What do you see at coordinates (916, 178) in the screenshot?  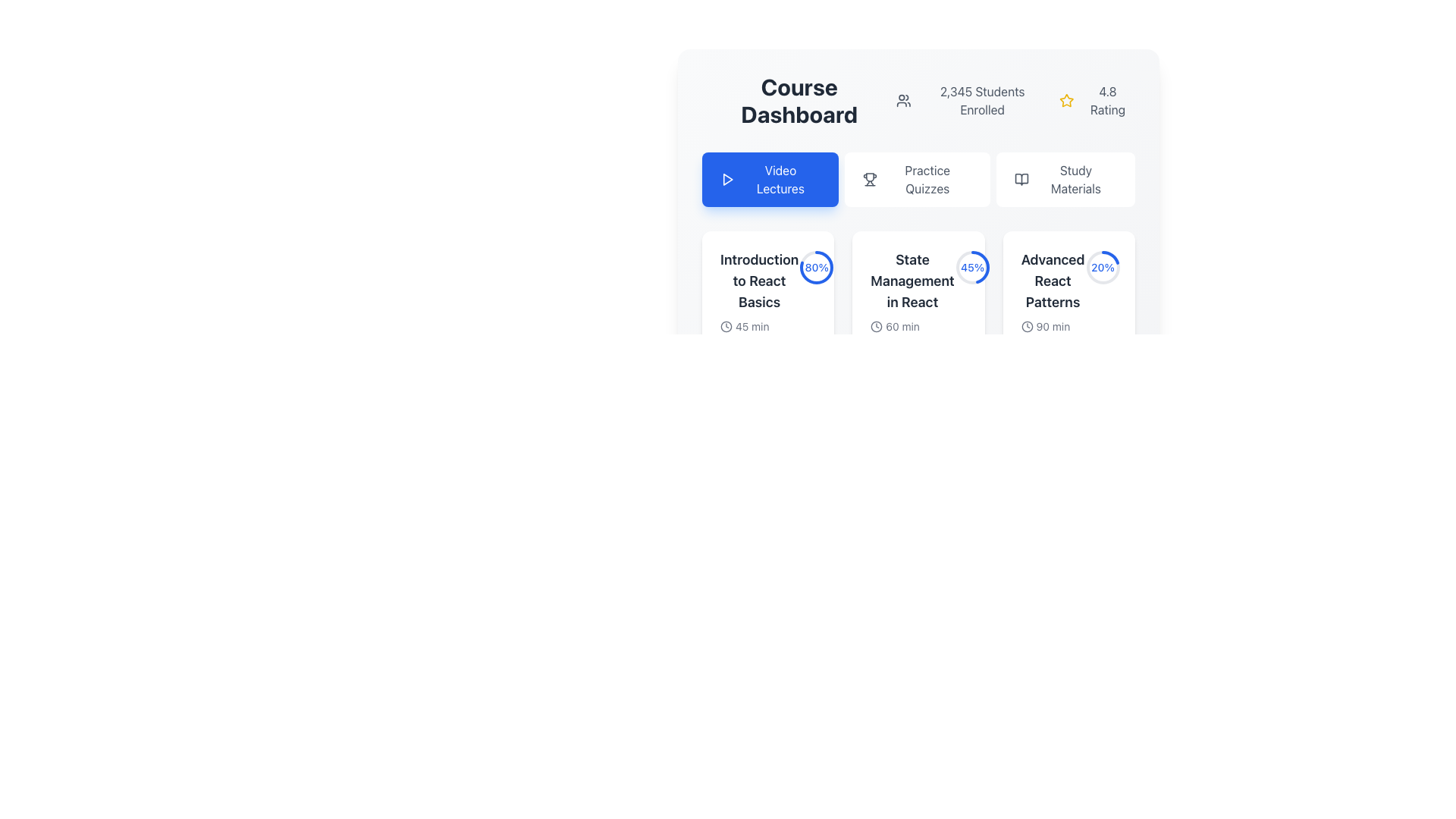 I see `the 'Practice Quizzes' button, which is a rectangular button with gray text and a light background, located centrally below the 'Course Dashboard' heading, between the 'Video Lectures' and 'Study Materials' buttons` at bounding box center [916, 178].